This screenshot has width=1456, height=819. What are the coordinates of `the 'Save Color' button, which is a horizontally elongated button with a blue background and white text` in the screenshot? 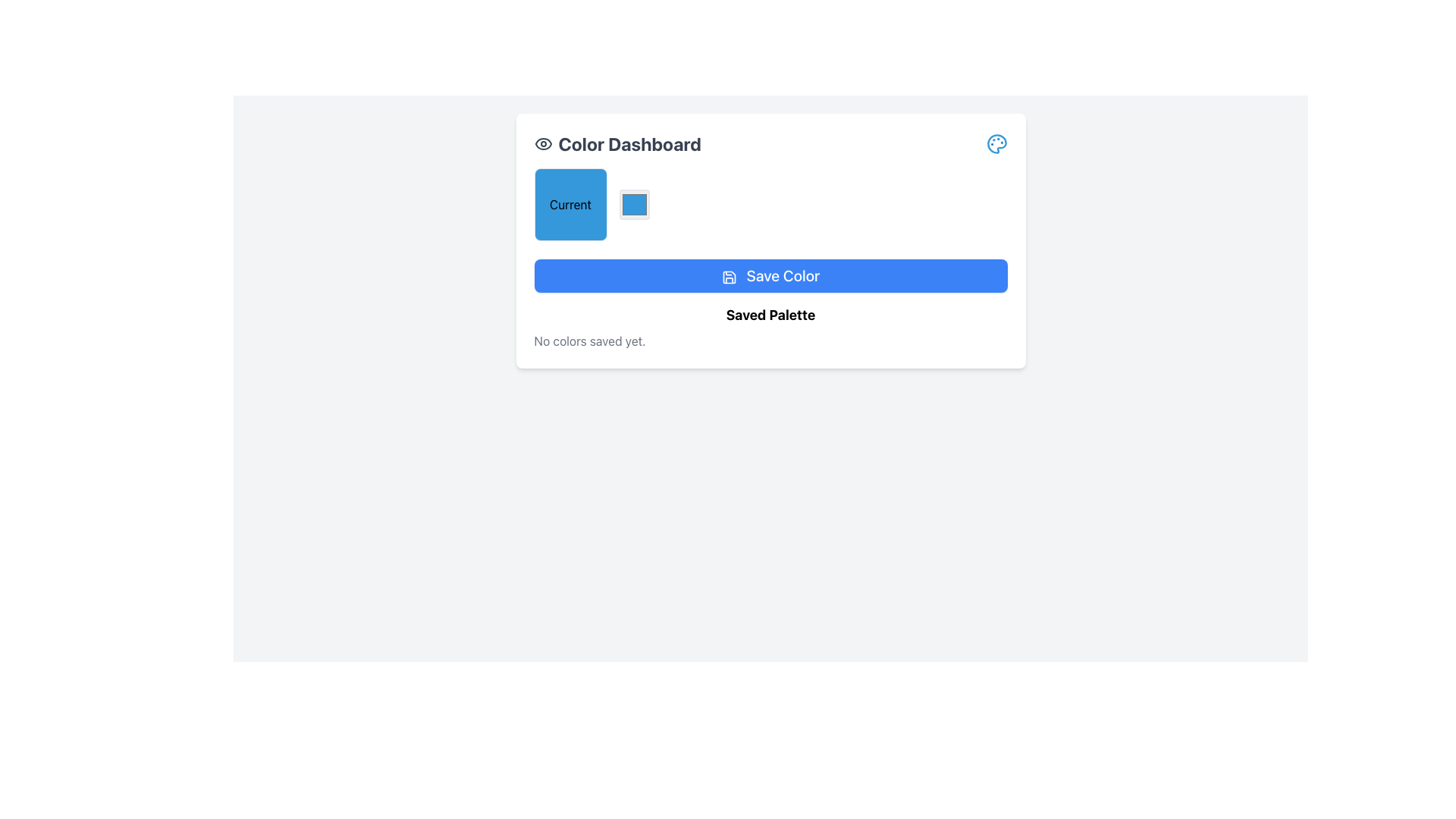 It's located at (770, 275).